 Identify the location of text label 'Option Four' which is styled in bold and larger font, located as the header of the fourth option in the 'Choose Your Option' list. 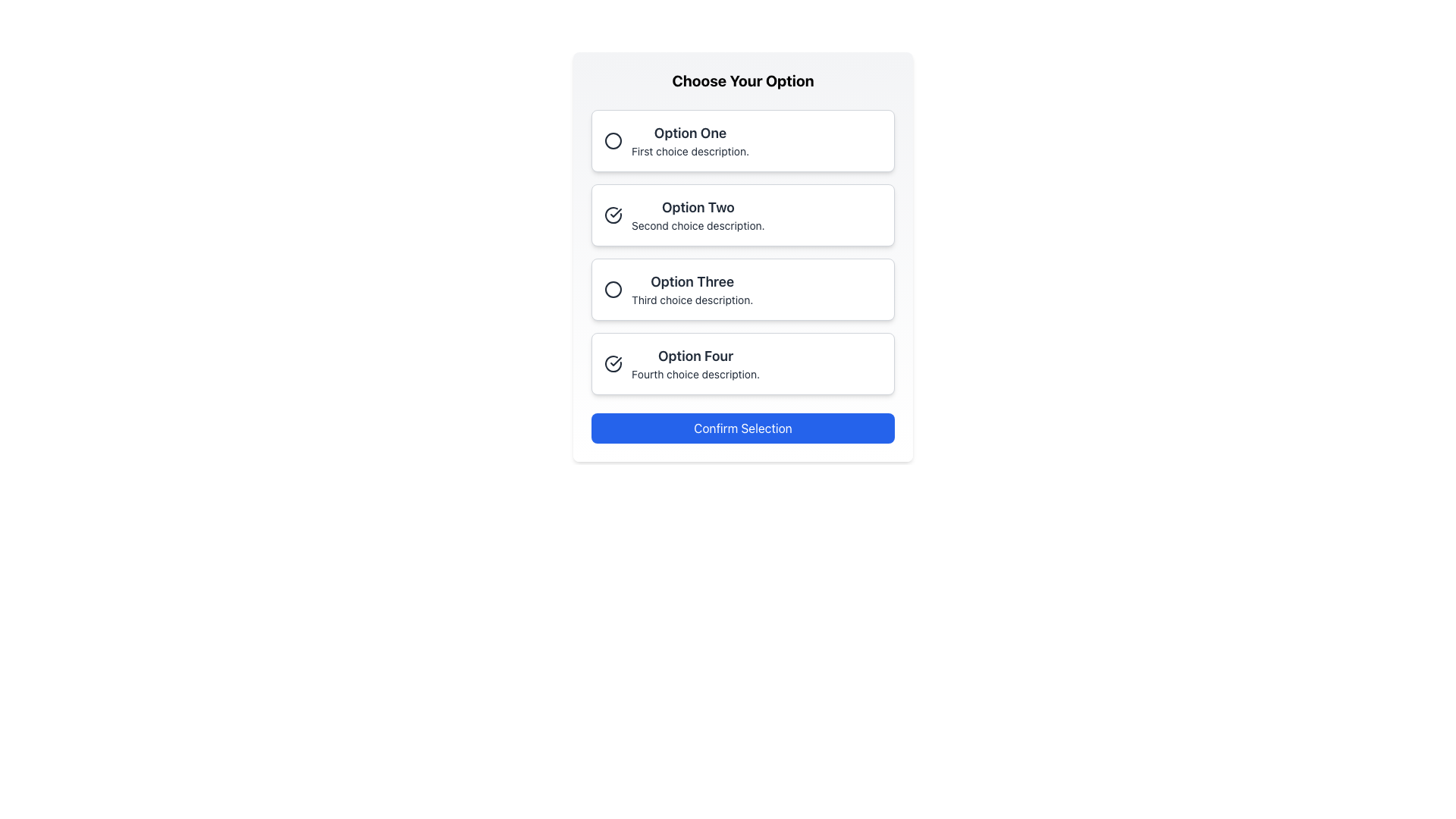
(695, 356).